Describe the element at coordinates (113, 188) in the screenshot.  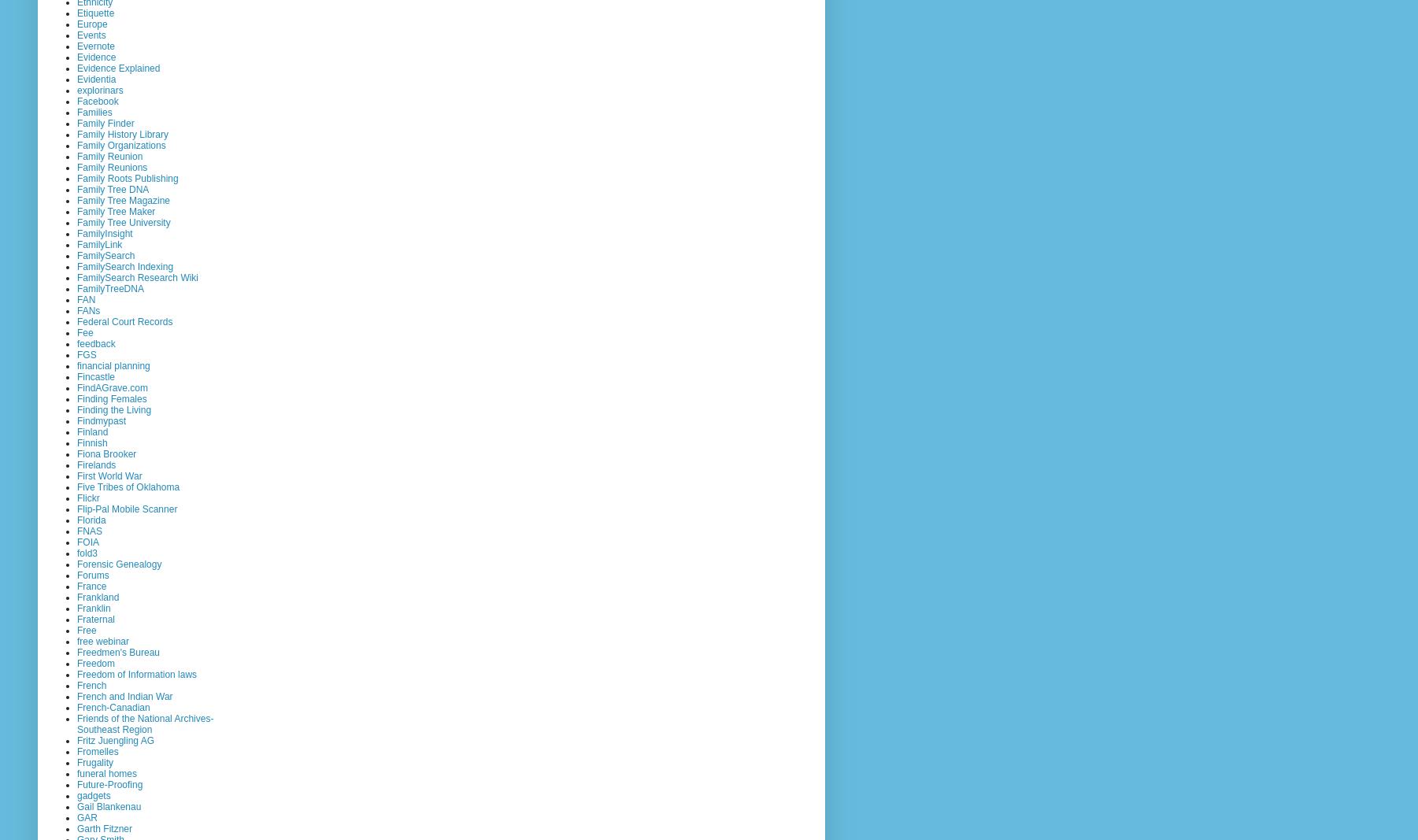
I see `'Family Tree DNA'` at that location.